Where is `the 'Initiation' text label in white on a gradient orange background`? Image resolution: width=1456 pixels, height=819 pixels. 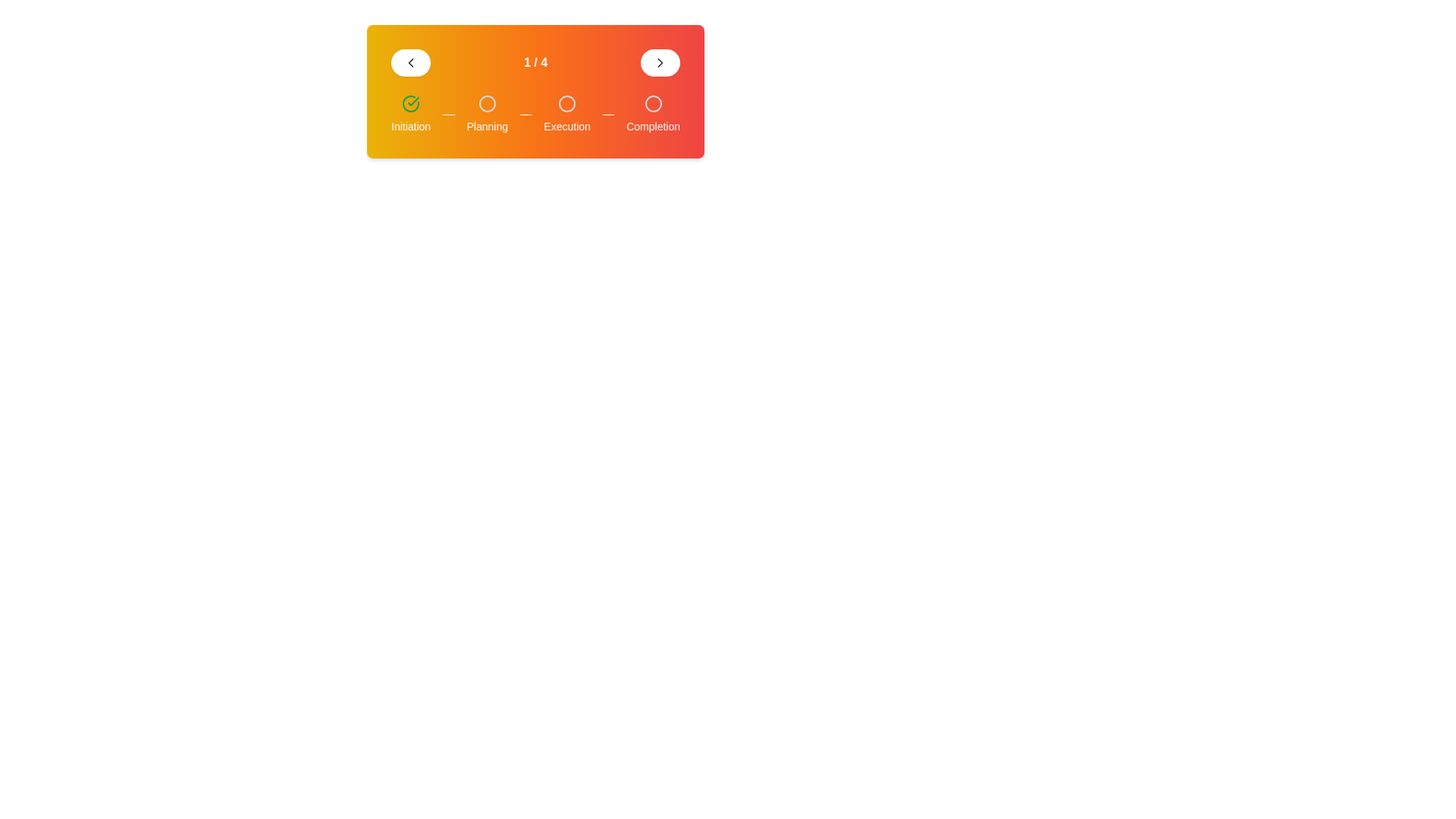 the 'Initiation' text label in white on a gradient orange background is located at coordinates (411, 125).